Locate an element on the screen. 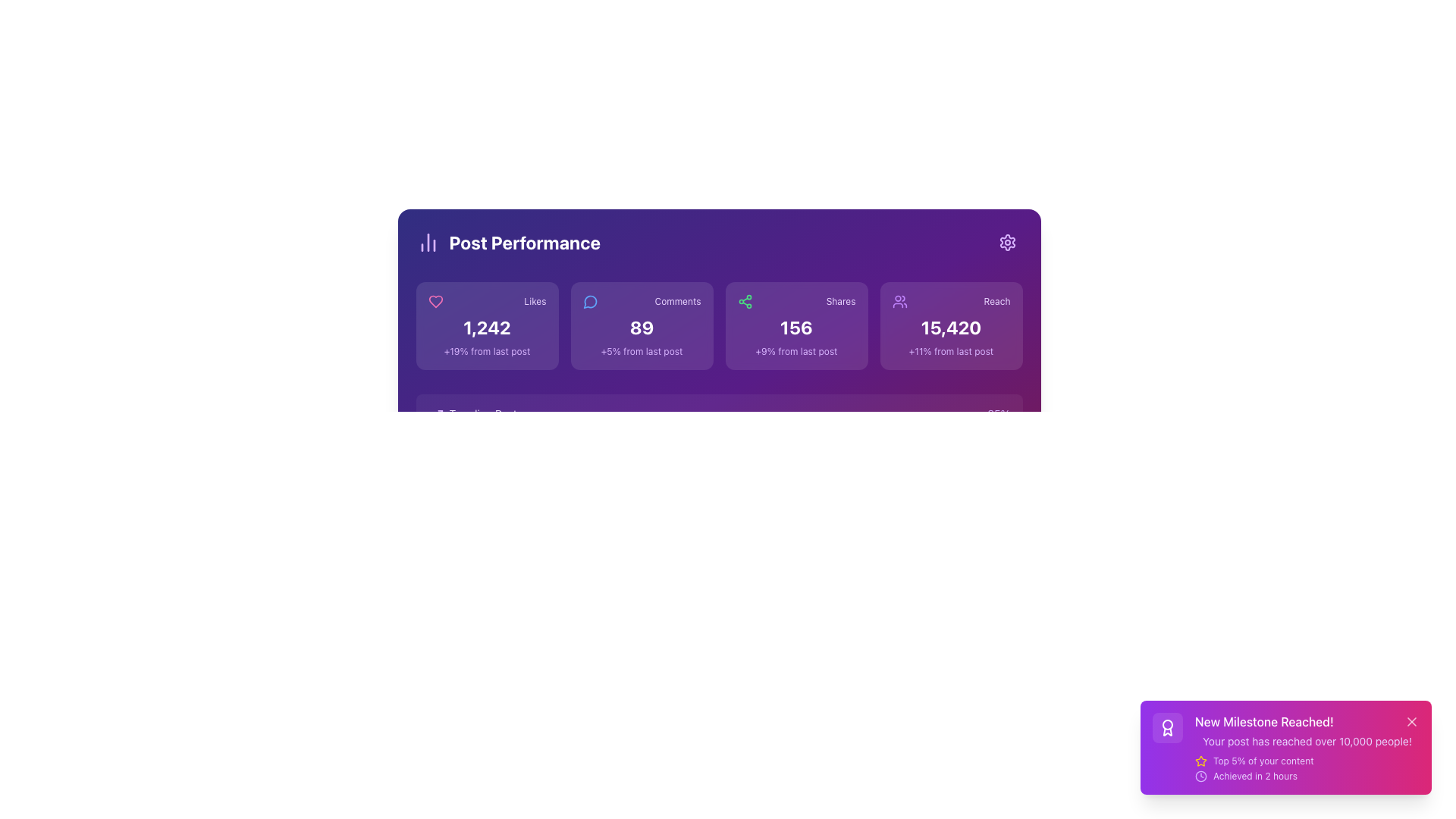 The image size is (1456, 819). the static text label that reads 'Top 5% of your content', which is styled with a small, light purple font and is located in the lower right corner of the notification panel, above a timestamp and to the right of a star icon is located at coordinates (1263, 761).